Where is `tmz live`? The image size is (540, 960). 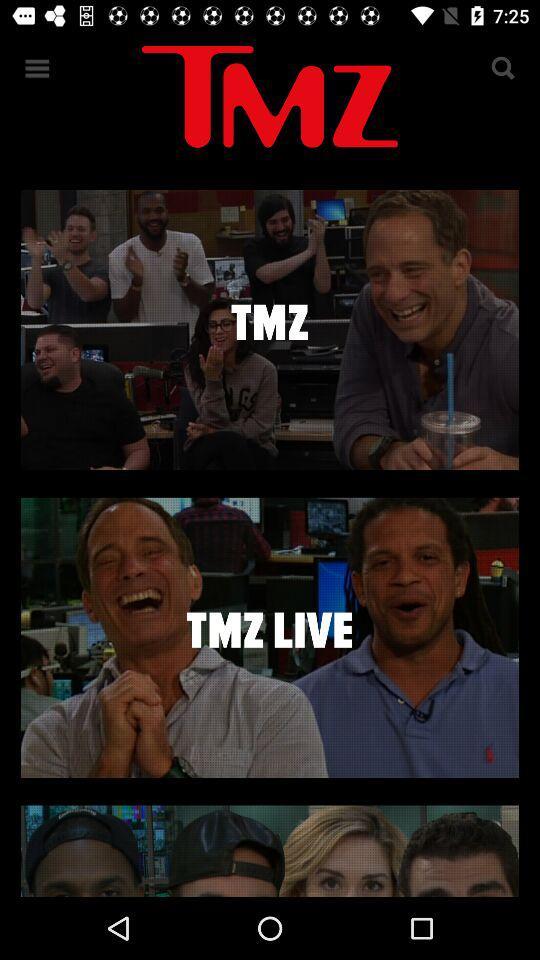 tmz live is located at coordinates (270, 636).